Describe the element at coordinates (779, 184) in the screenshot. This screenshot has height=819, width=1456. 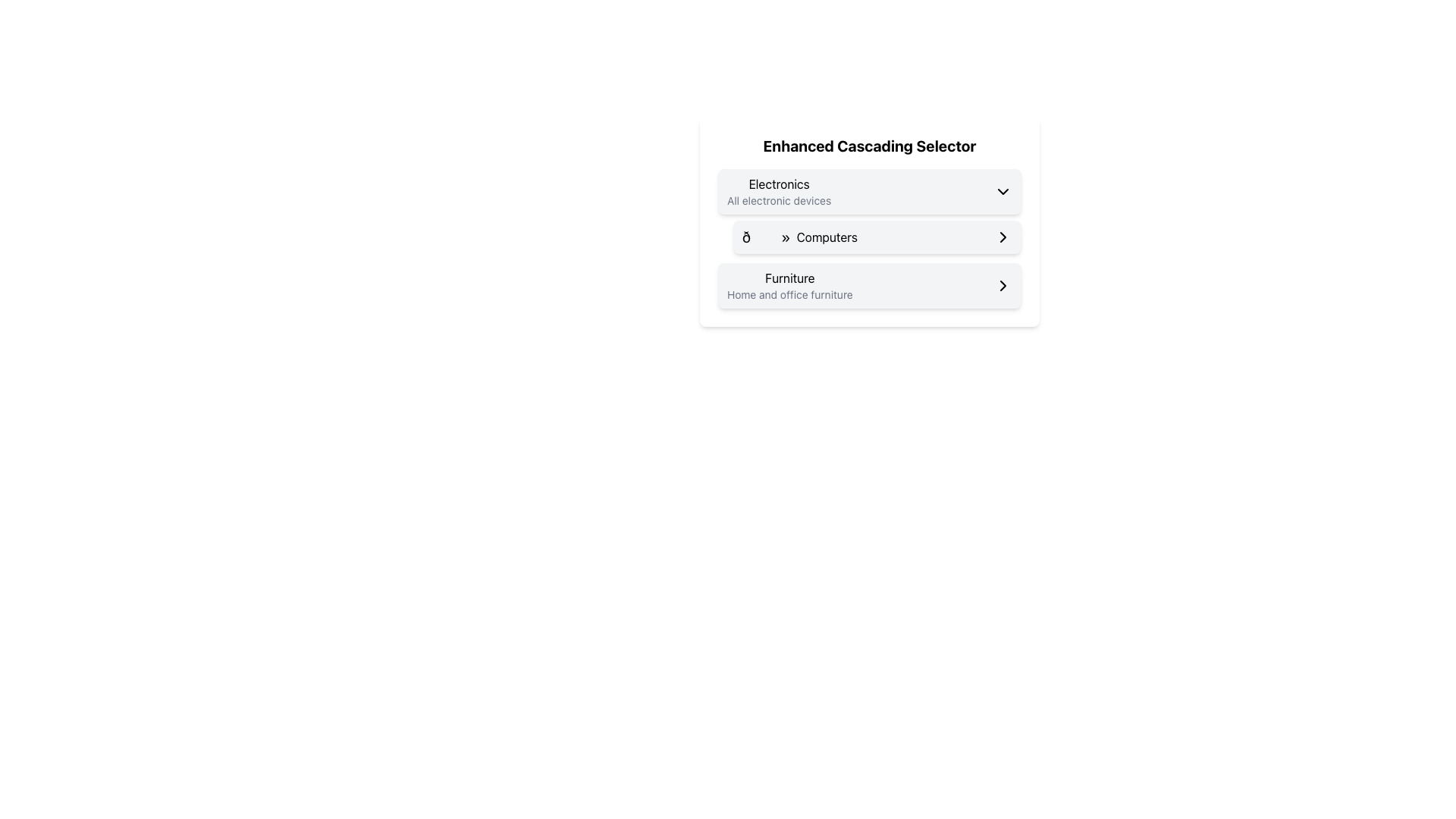
I see `the static text label displaying the category name 'Electronics' located in the top left section of the dropdown menu interface` at that location.